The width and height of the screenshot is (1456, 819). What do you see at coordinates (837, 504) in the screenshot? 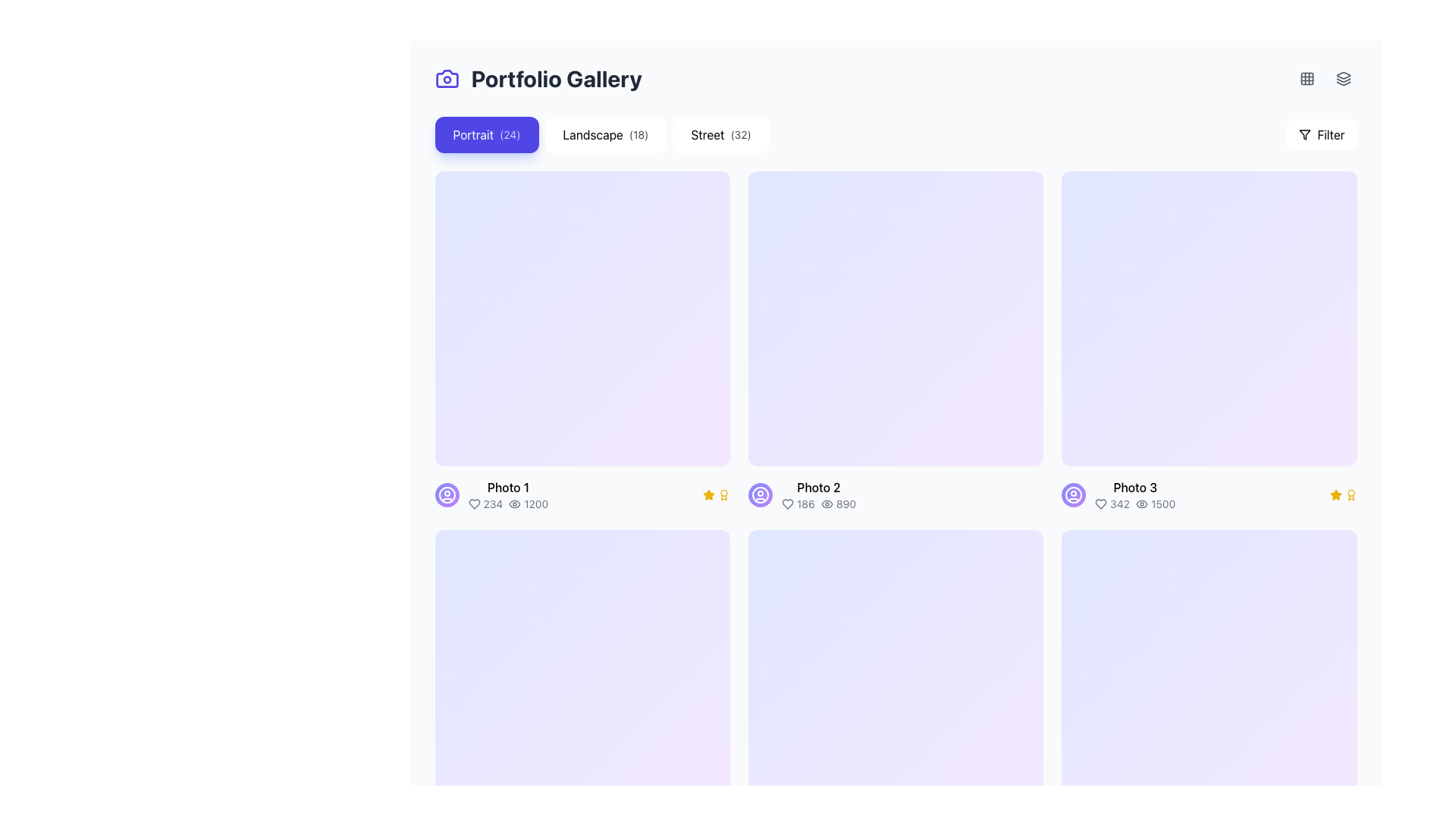
I see `the non-interactive informational display showing the view count '890' next to an eye icon, positioned beneath 'Photo 2'` at bounding box center [837, 504].